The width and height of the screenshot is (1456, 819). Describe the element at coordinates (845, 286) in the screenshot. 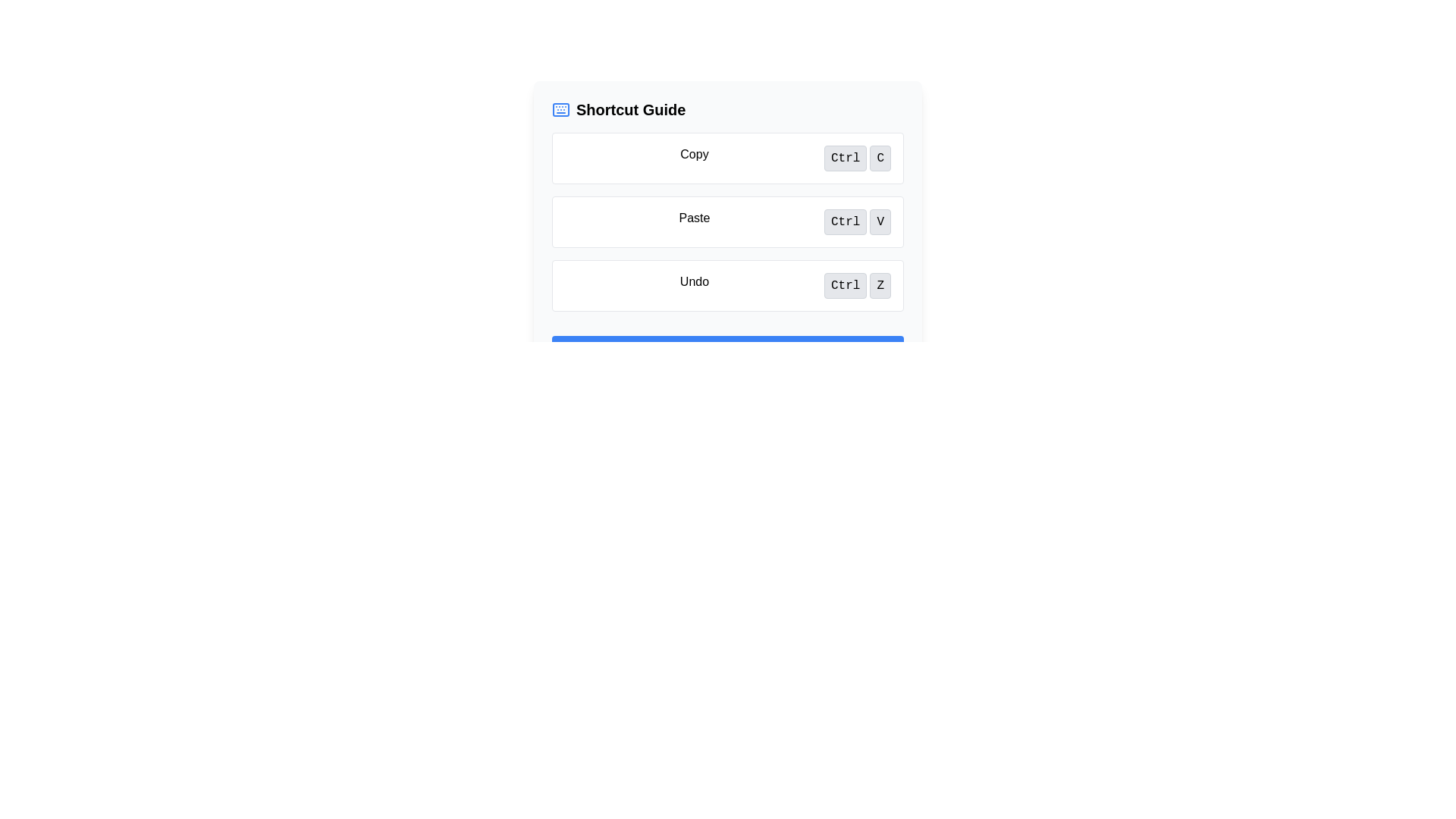

I see `the 'Ctrl' button-like label element, which has a light gray background and is associated with the 'Undo' action in the shortcut key guide` at that location.